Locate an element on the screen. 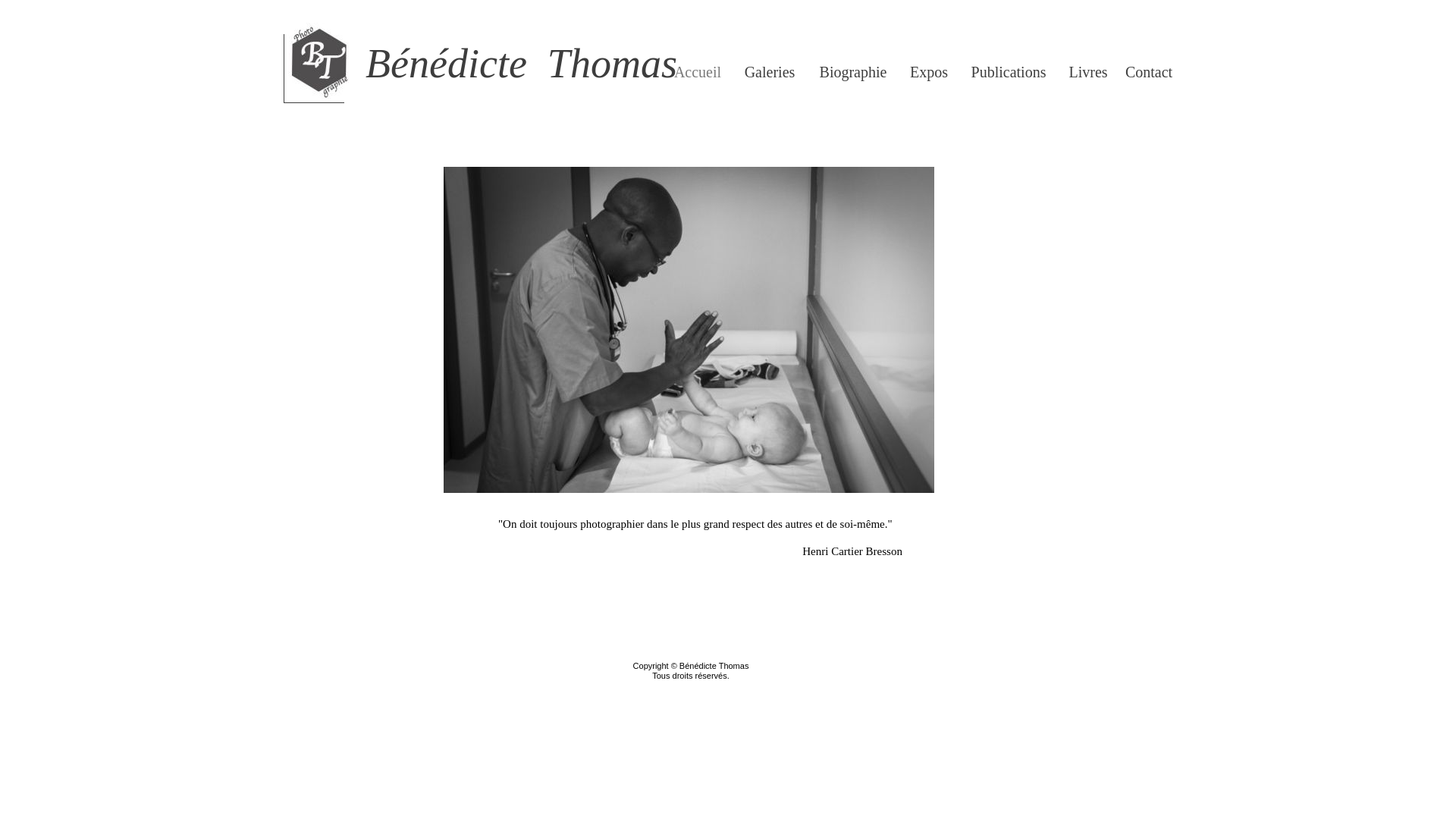 The image size is (1456, 819). 'Contact' is located at coordinates (1149, 72).